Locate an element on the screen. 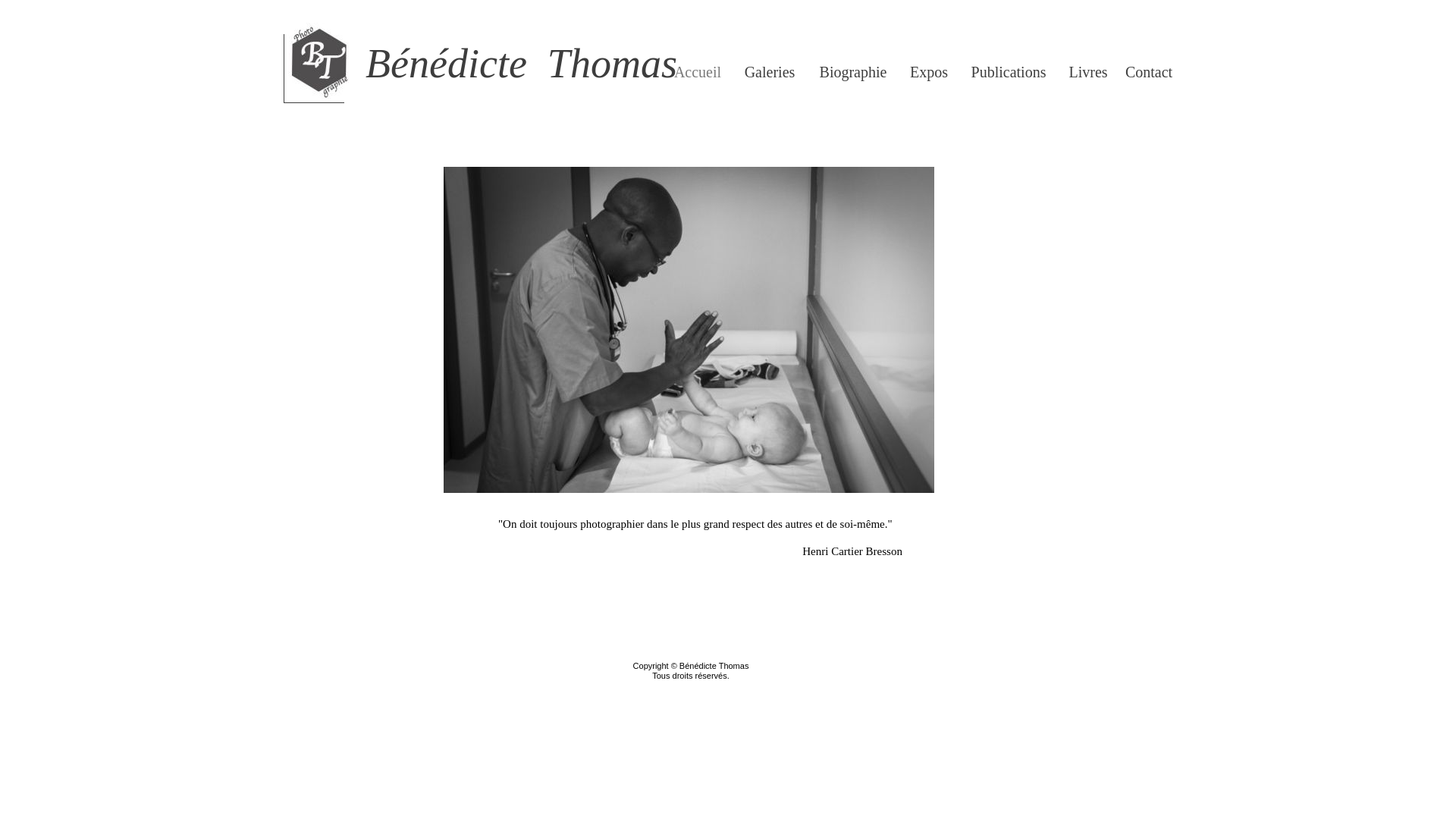 The image size is (1456, 819). 'Contact' is located at coordinates (1149, 72).